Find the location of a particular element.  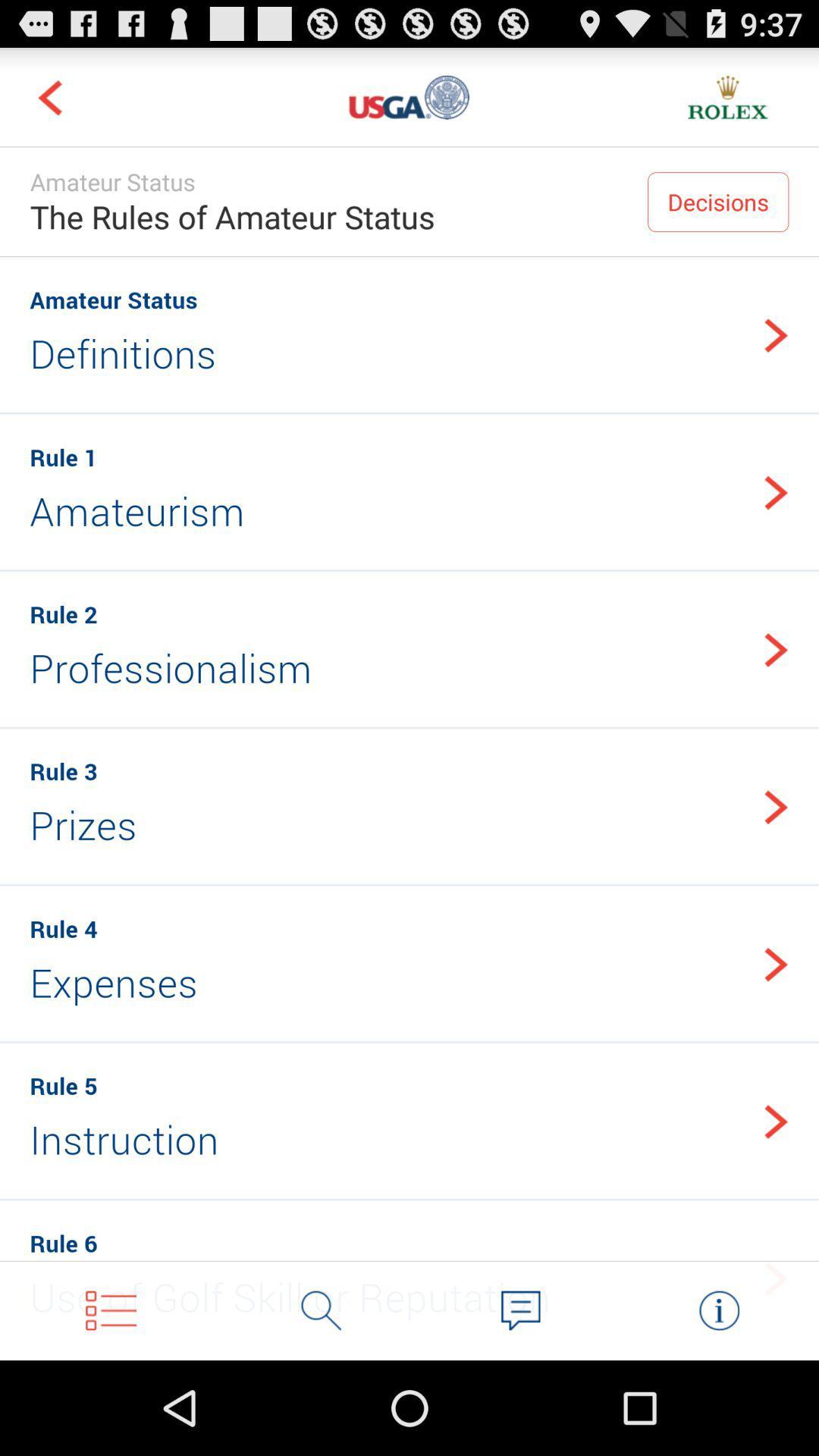

the search icon is located at coordinates (321, 1401).